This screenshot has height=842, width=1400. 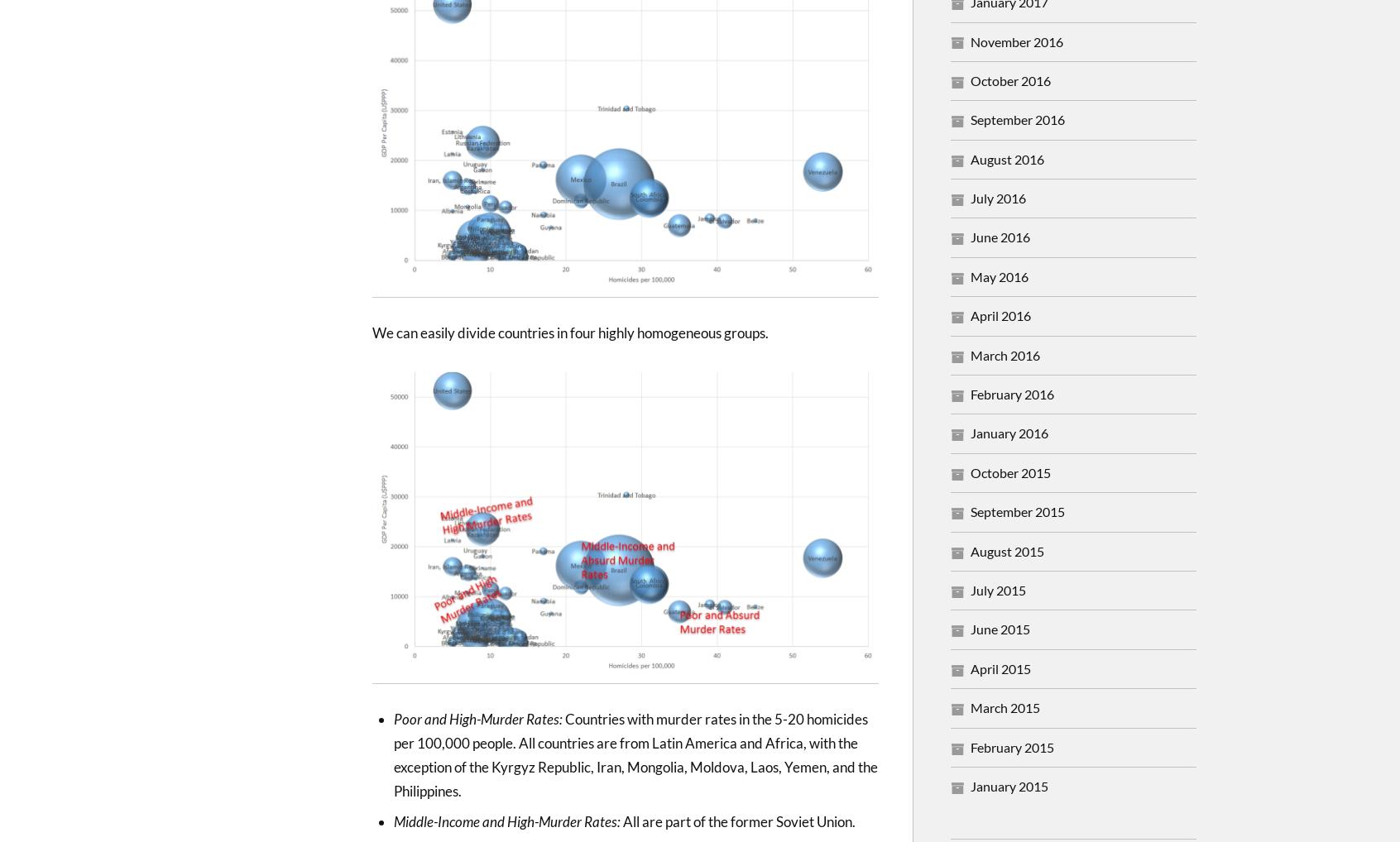 What do you see at coordinates (1012, 394) in the screenshot?
I see `'February 2016'` at bounding box center [1012, 394].